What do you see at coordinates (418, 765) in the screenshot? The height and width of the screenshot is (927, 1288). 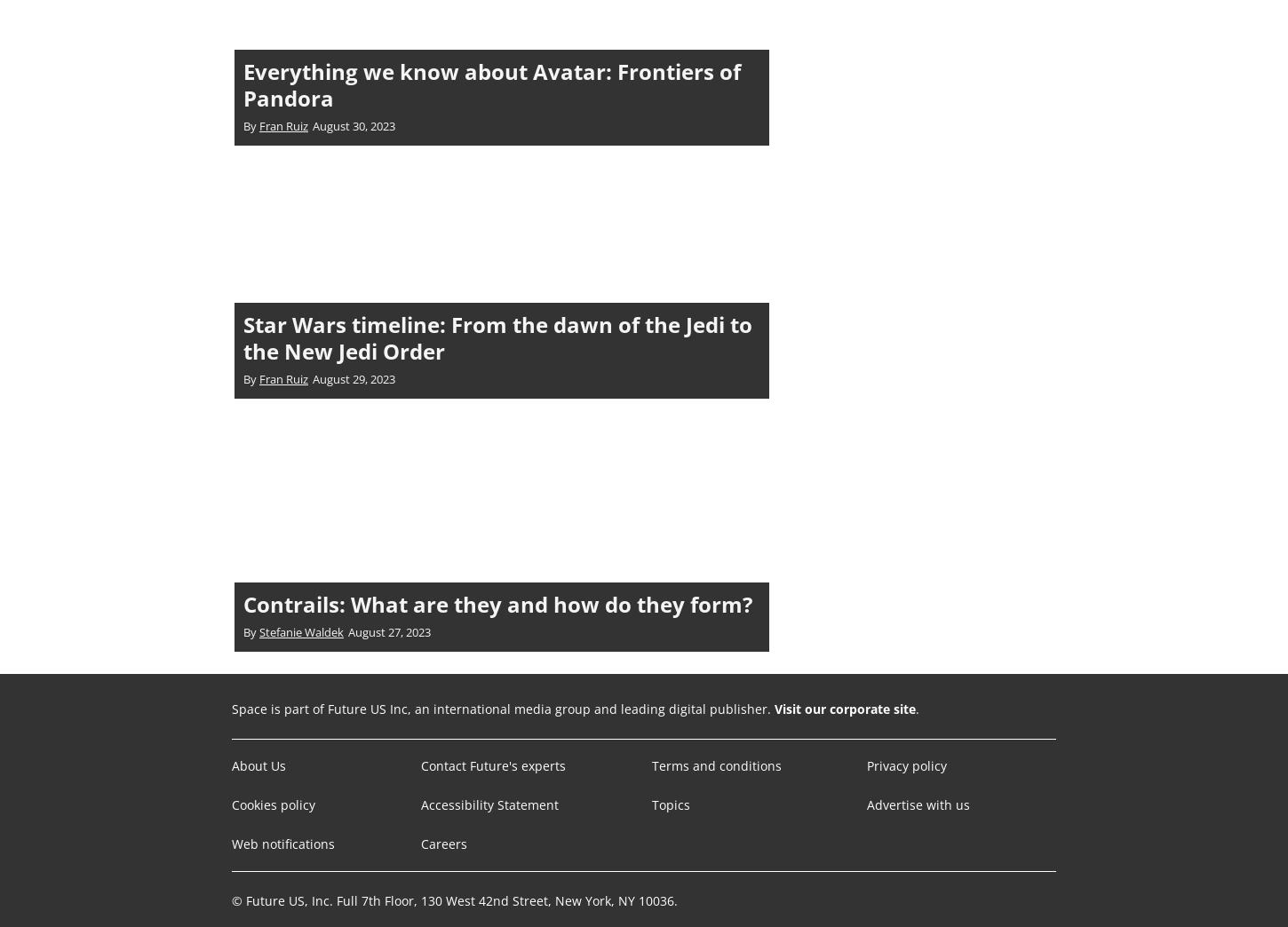 I see `'Contact Future's experts'` at bounding box center [418, 765].